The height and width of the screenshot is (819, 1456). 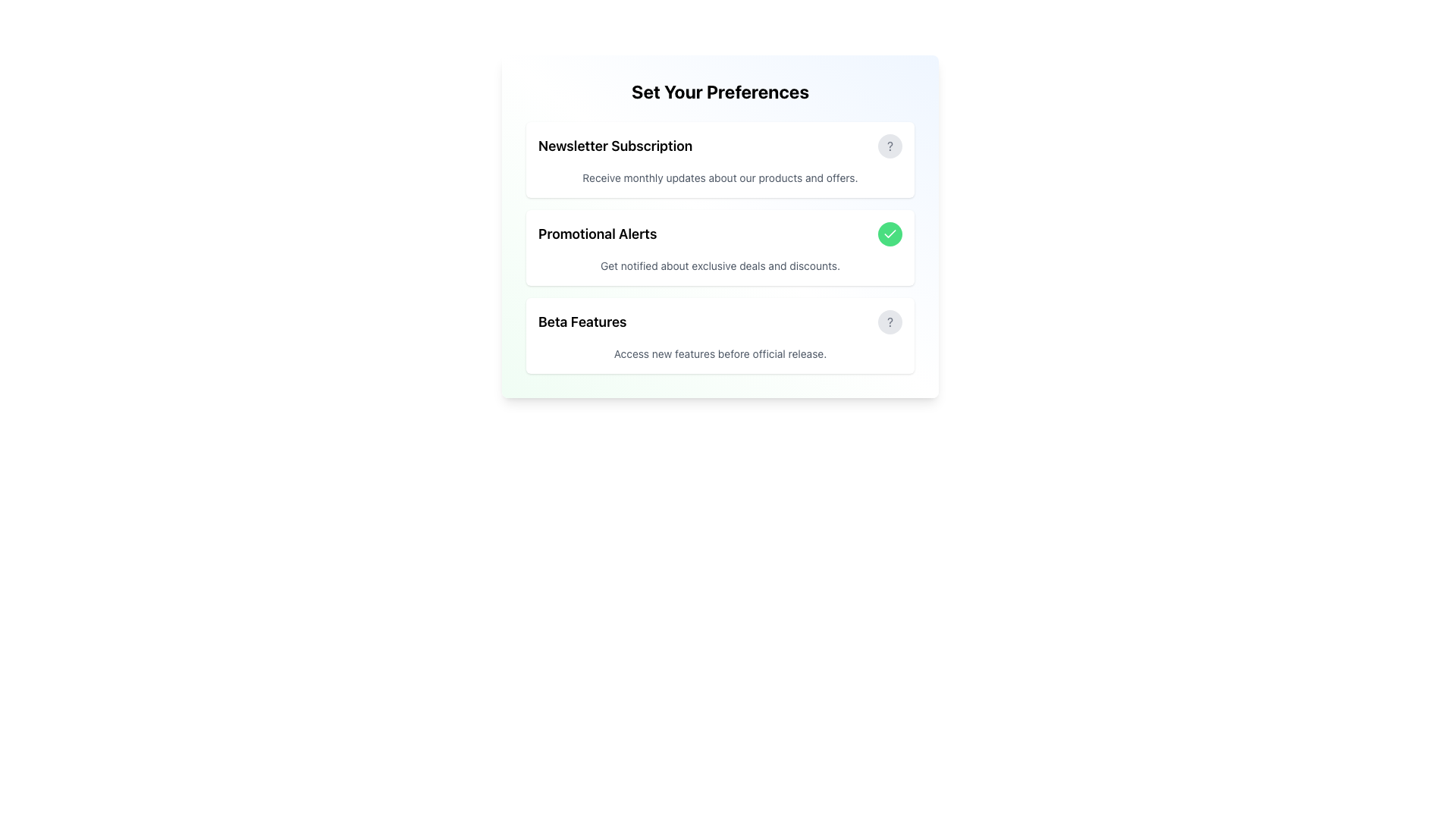 What do you see at coordinates (890, 234) in the screenshot?
I see `the completed state indication by focusing on the checkmark icon within the green circular button to the right of the 'Promotional Alerts' option` at bounding box center [890, 234].